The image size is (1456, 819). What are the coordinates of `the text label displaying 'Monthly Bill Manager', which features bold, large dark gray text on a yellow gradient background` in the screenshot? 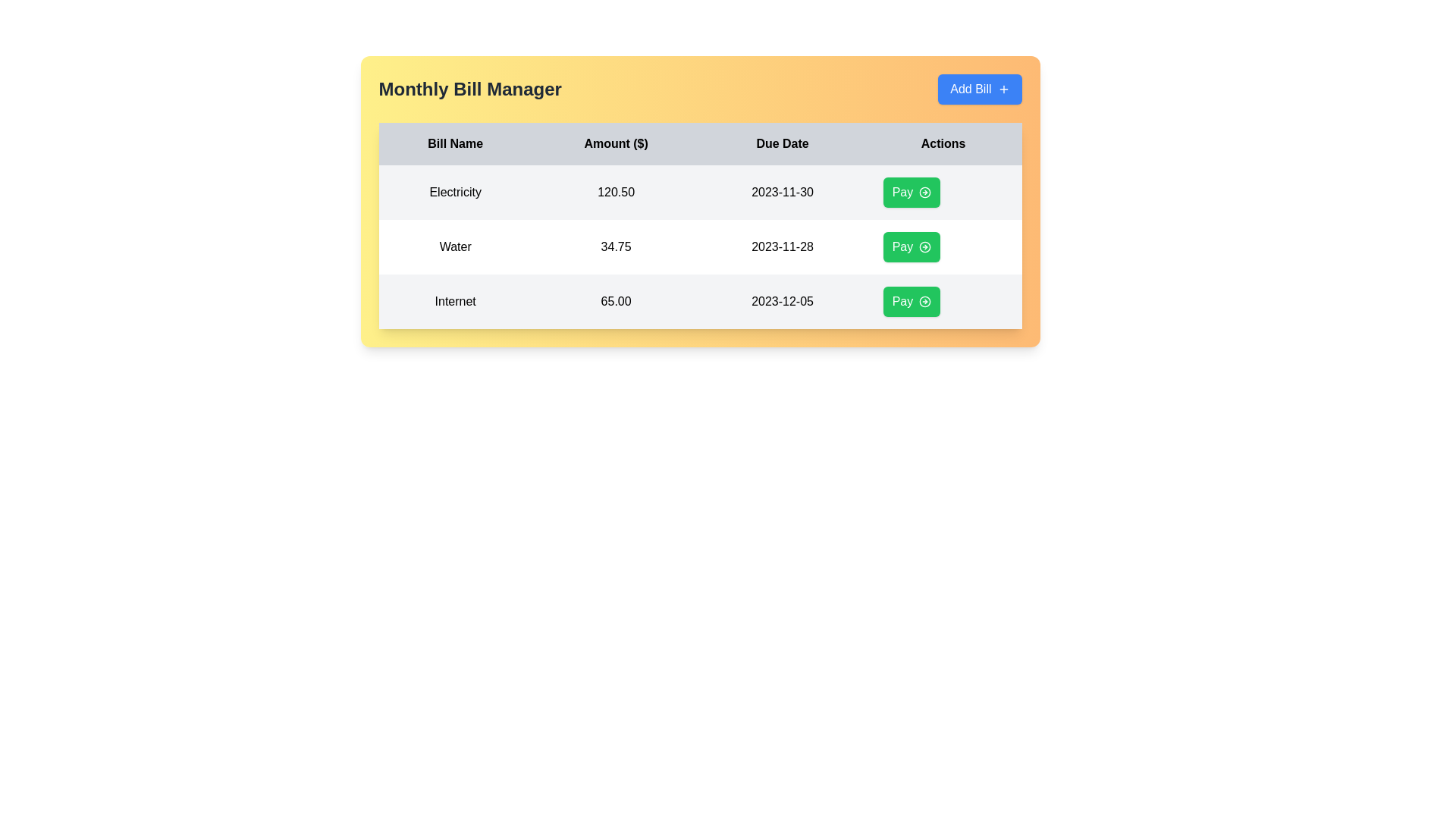 It's located at (469, 89).